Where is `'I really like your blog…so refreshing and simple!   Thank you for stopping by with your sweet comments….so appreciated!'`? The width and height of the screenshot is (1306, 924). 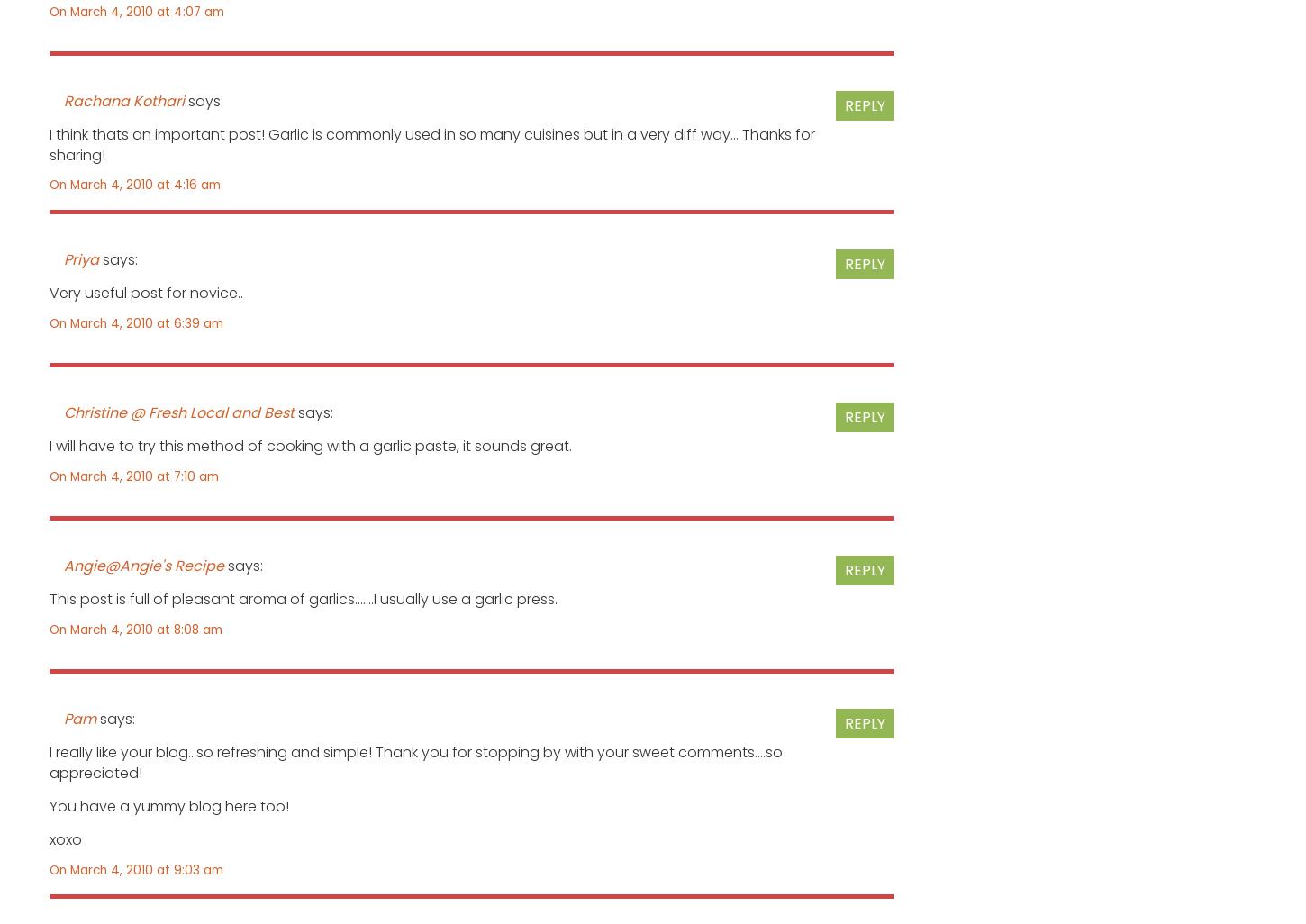
'I really like your blog…so refreshing and simple!   Thank you for stopping by with your sweet comments….so appreciated!' is located at coordinates (414, 762).